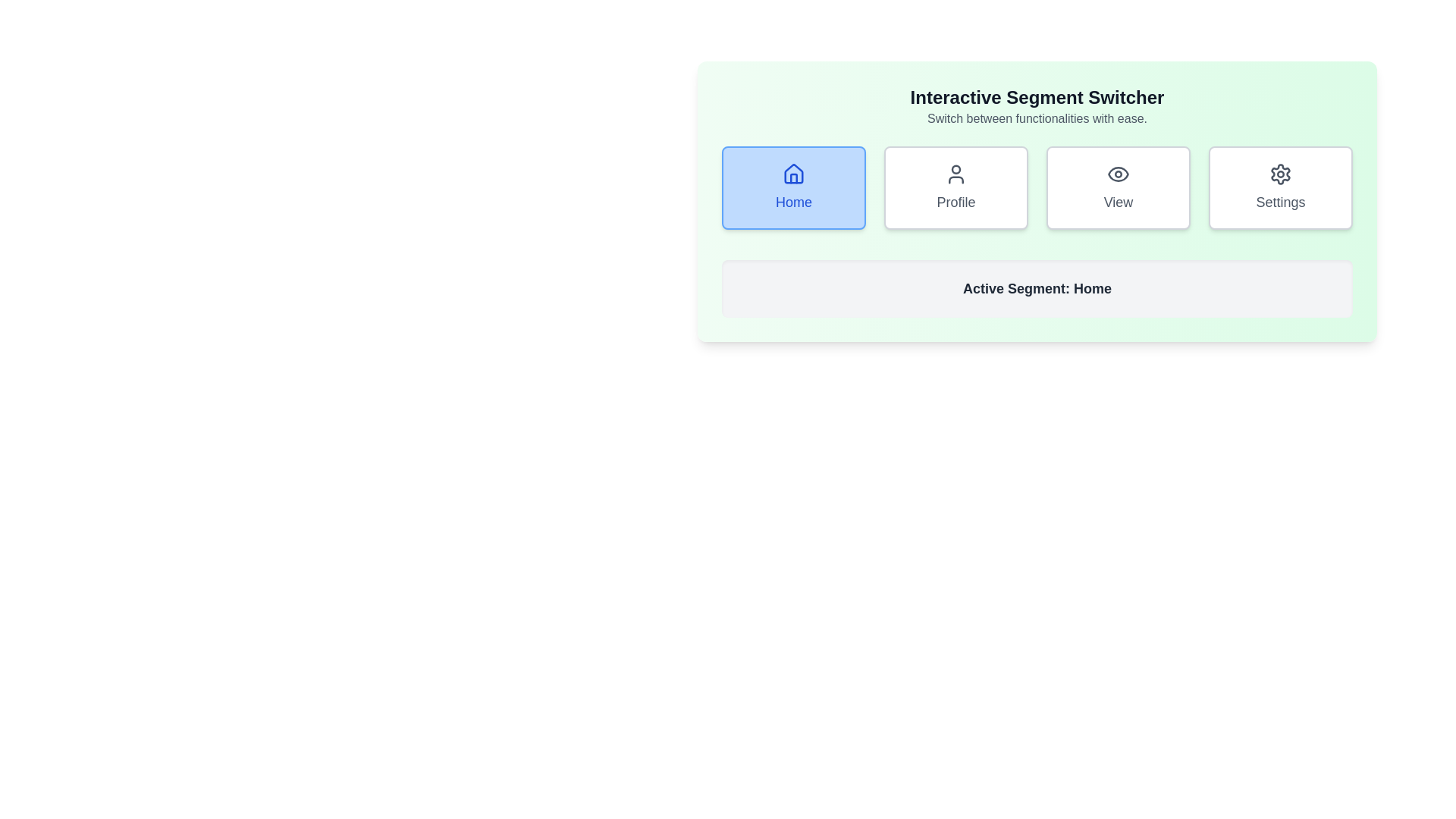 The height and width of the screenshot is (819, 1456). I want to click on the 'Profile' button, which is a rectangular button with a light background and a gray border, located between the 'Home' and 'View' buttons, so click(955, 187).